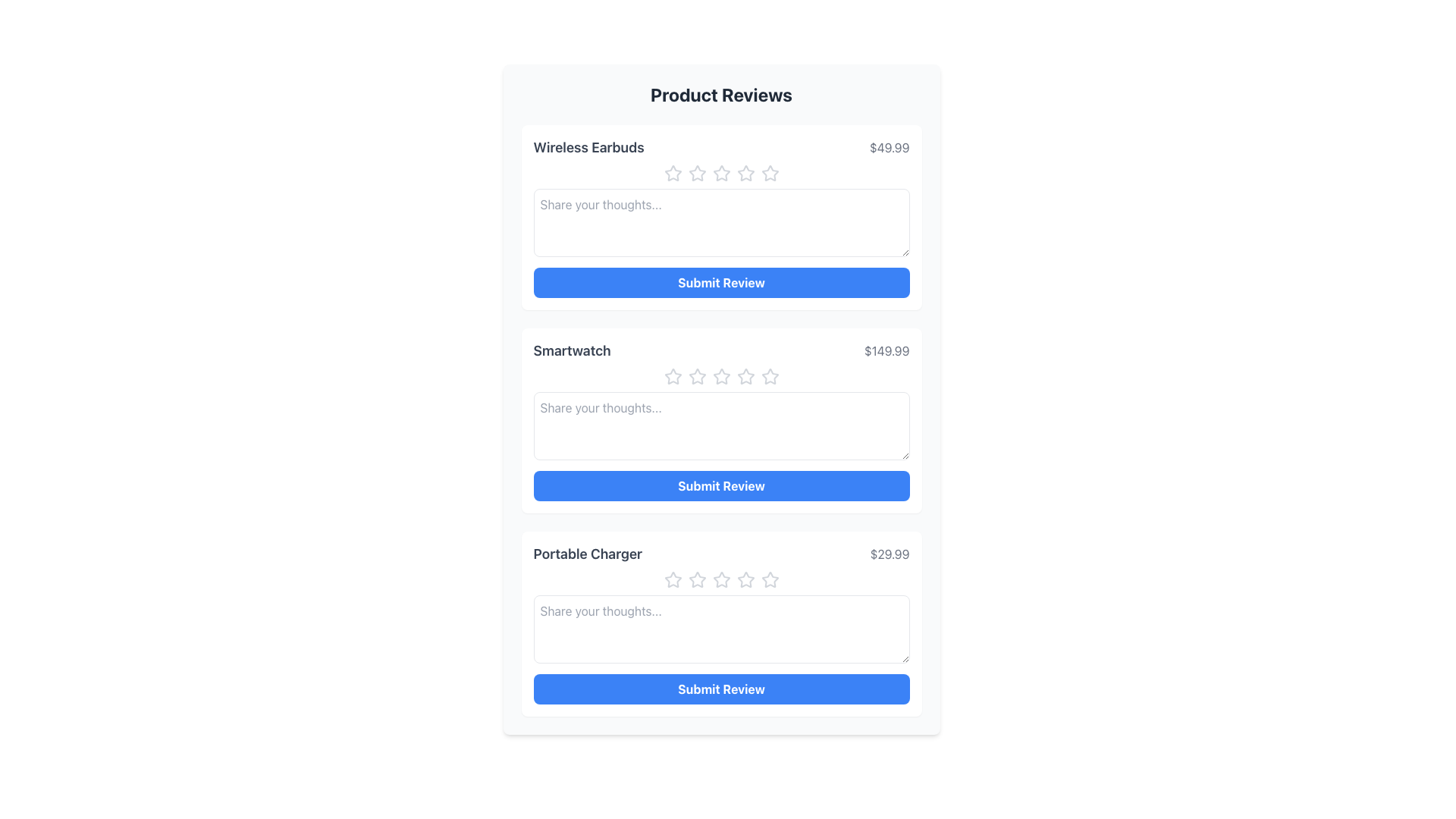 The height and width of the screenshot is (819, 1456). Describe the element at coordinates (769, 375) in the screenshot. I see `the fourth star icon in the rating section of the 'Smartwatch' product review box to rate it` at that location.